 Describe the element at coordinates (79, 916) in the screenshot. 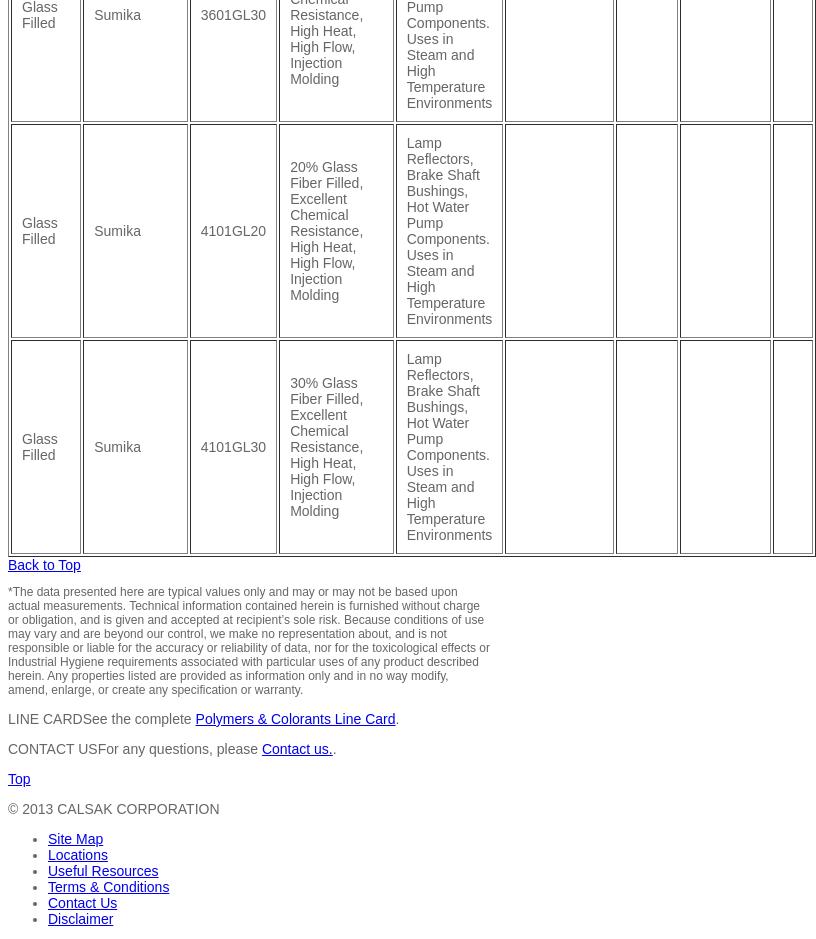

I see `'Disclaimer'` at that location.